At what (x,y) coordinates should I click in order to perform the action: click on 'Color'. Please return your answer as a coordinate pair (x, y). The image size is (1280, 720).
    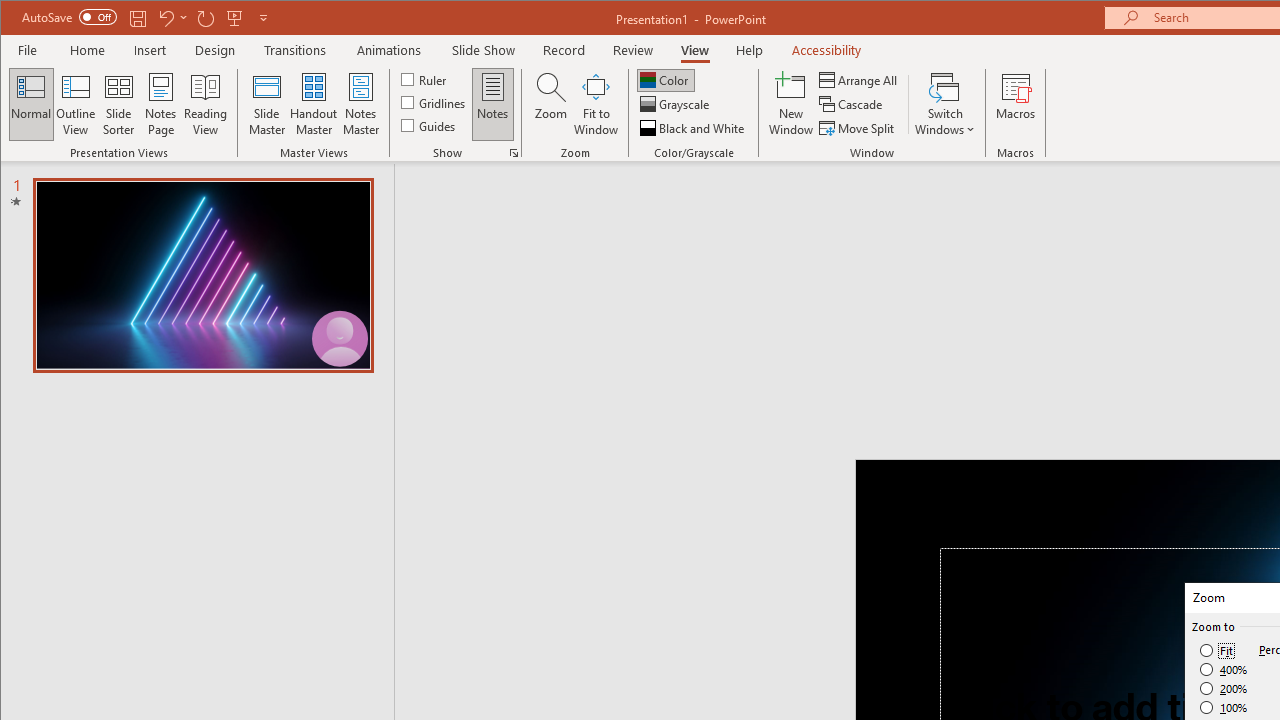
    Looking at the image, I should click on (666, 79).